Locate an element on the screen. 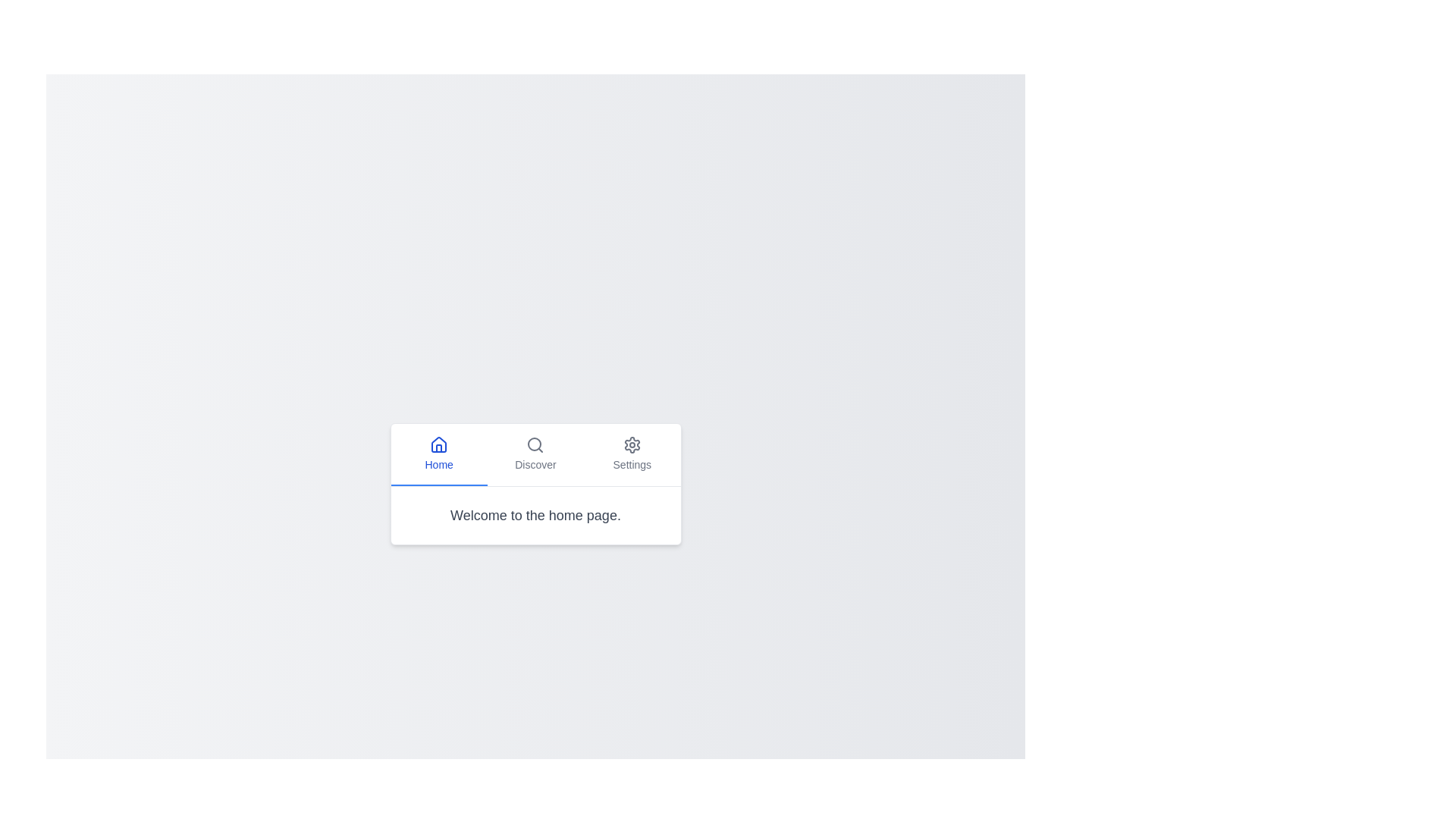  the Settings tab is located at coordinates (632, 453).